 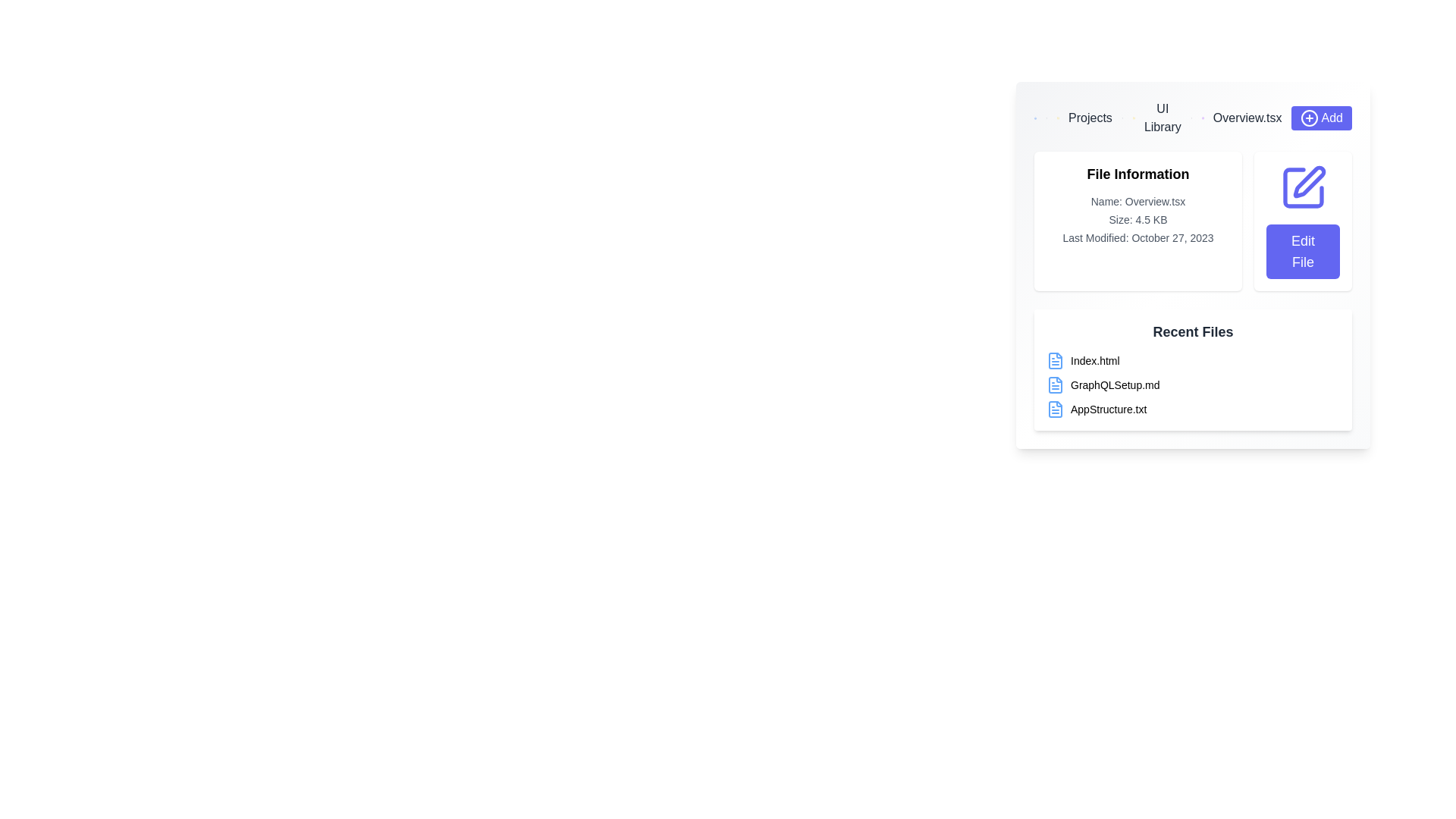 I want to click on the curved pen tip icon located in the top right section of the UI, adjacent to the 'Edit File' button, so click(x=1308, y=180).